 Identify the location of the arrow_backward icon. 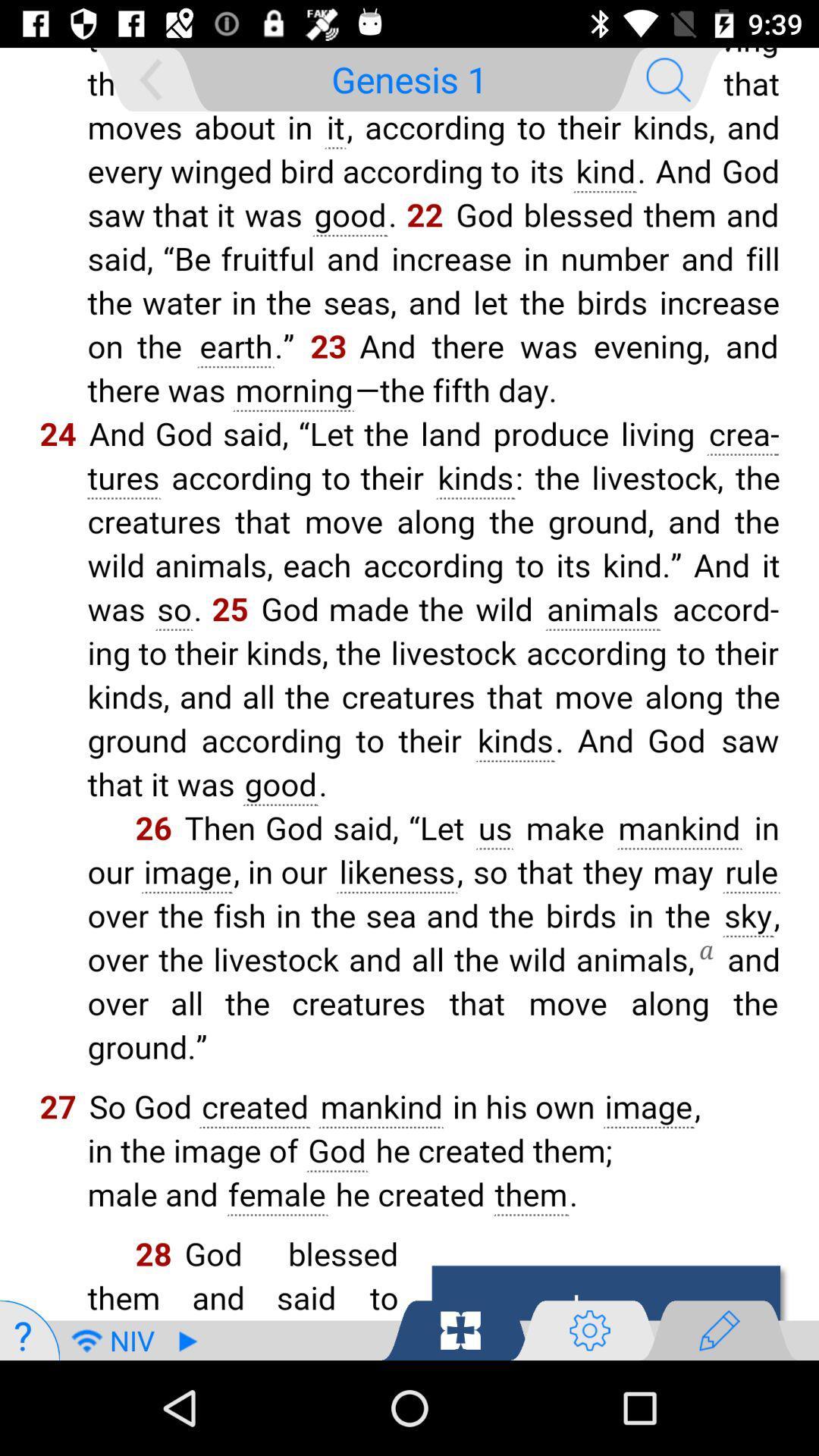
(150, 79).